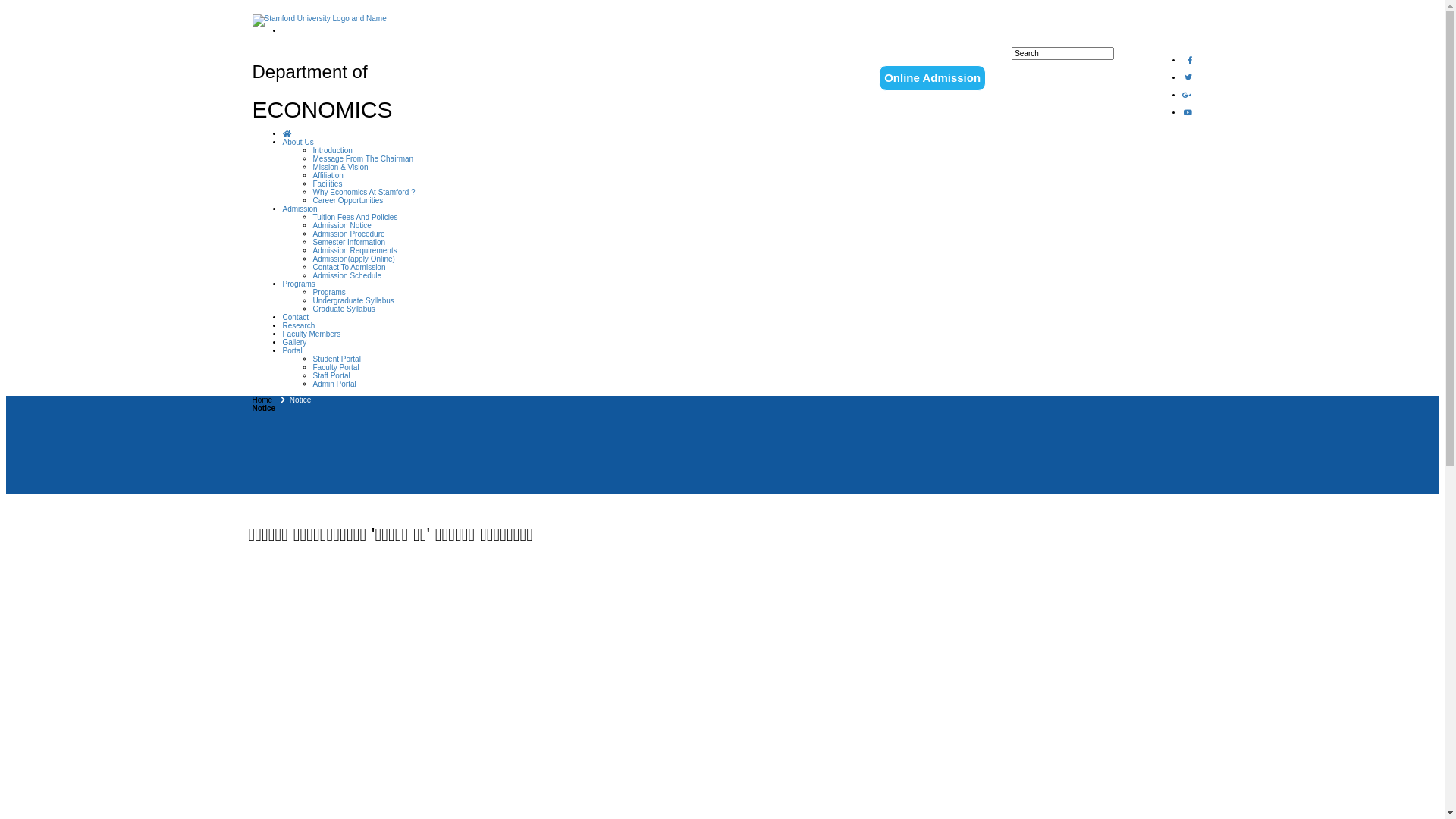  What do you see at coordinates (282, 284) in the screenshot?
I see `'Programs'` at bounding box center [282, 284].